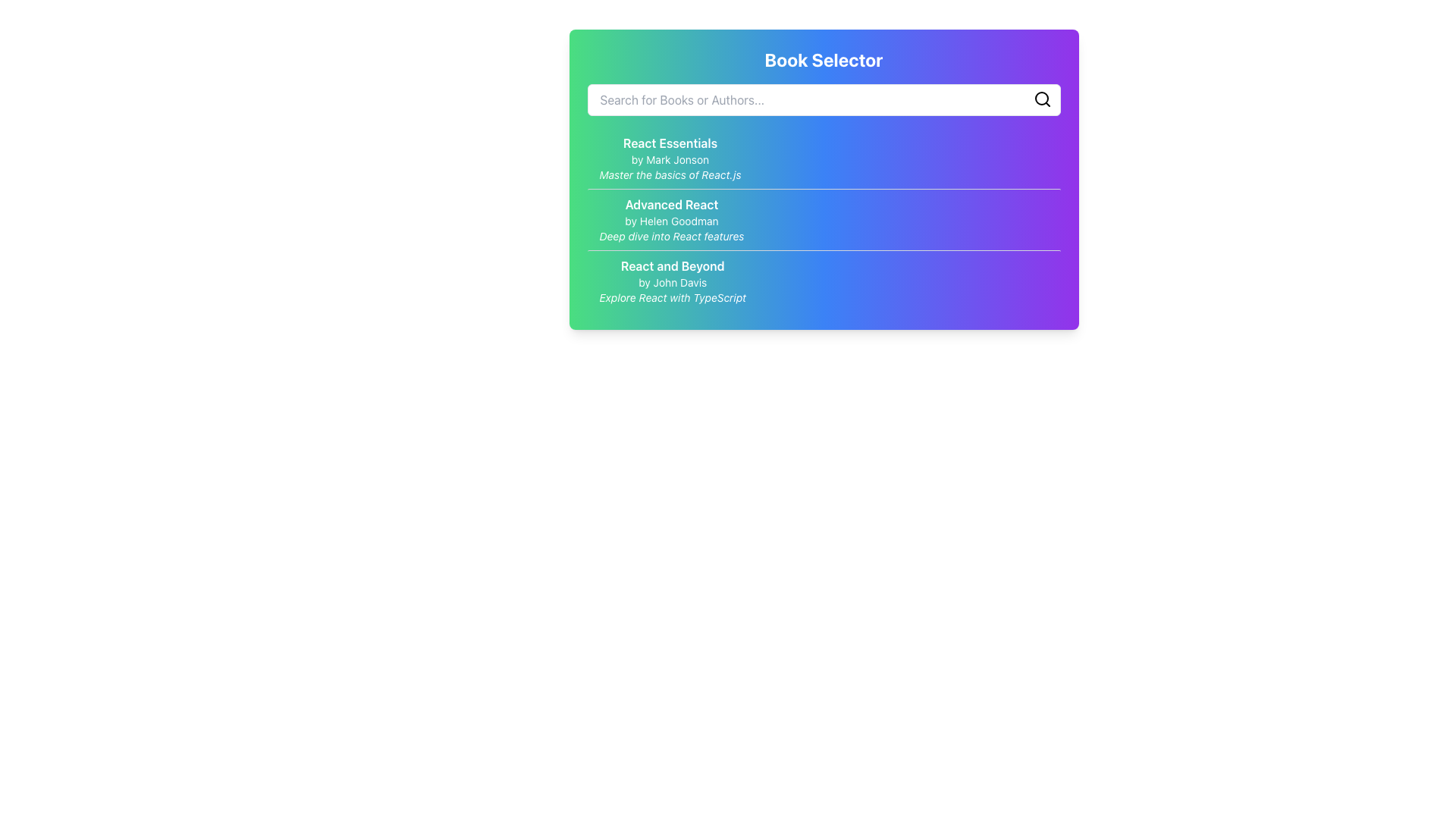 The height and width of the screenshot is (819, 1456). Describe the element at coordinates (672, 281) in the screenshot. I see `the text block that contains 'React and Beyond', 'by John Davis', and 'Explore React with TypeScript'` at that location.